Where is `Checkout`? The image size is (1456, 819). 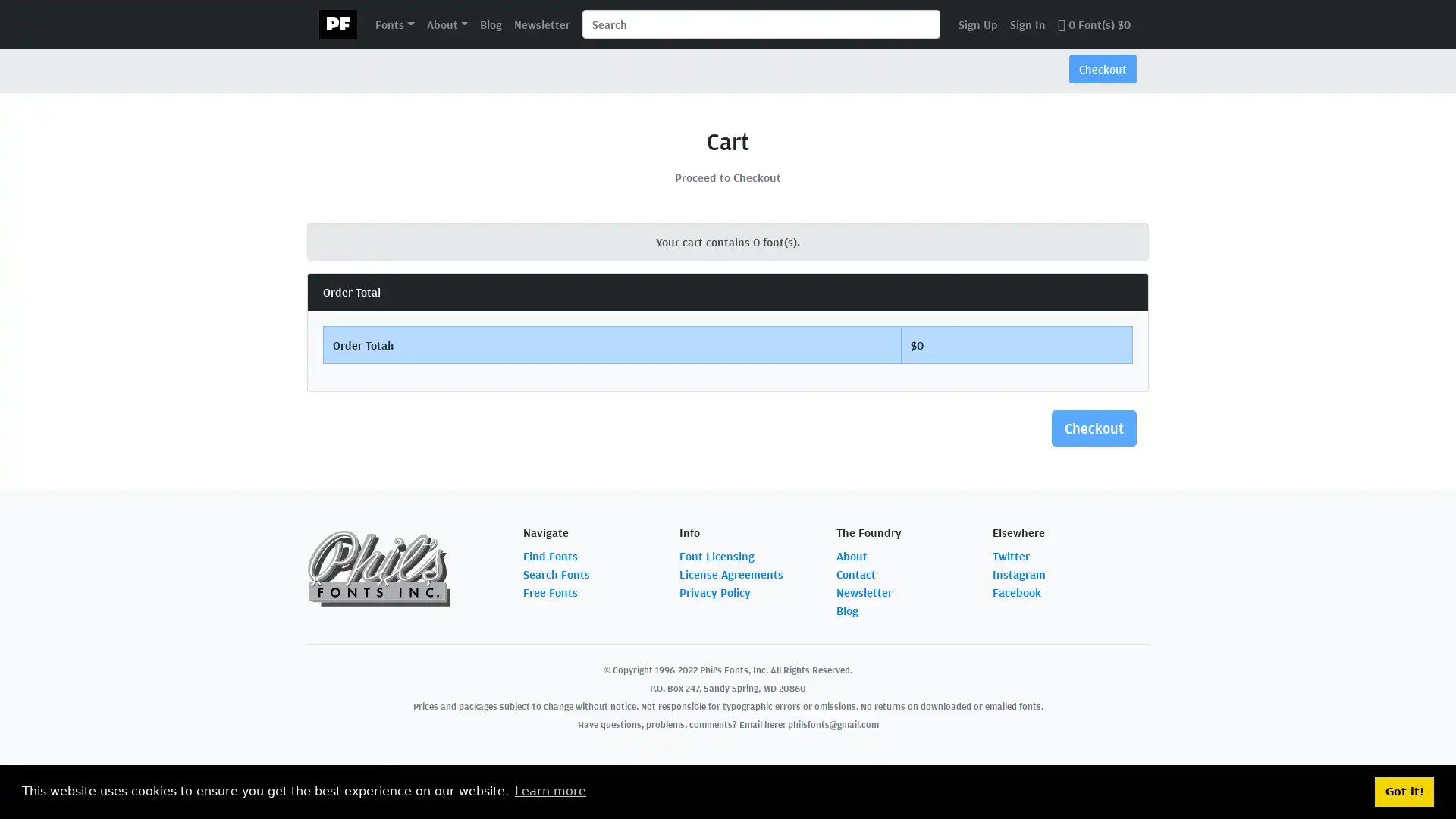
Checkout is located at coordinates (1103, 69).